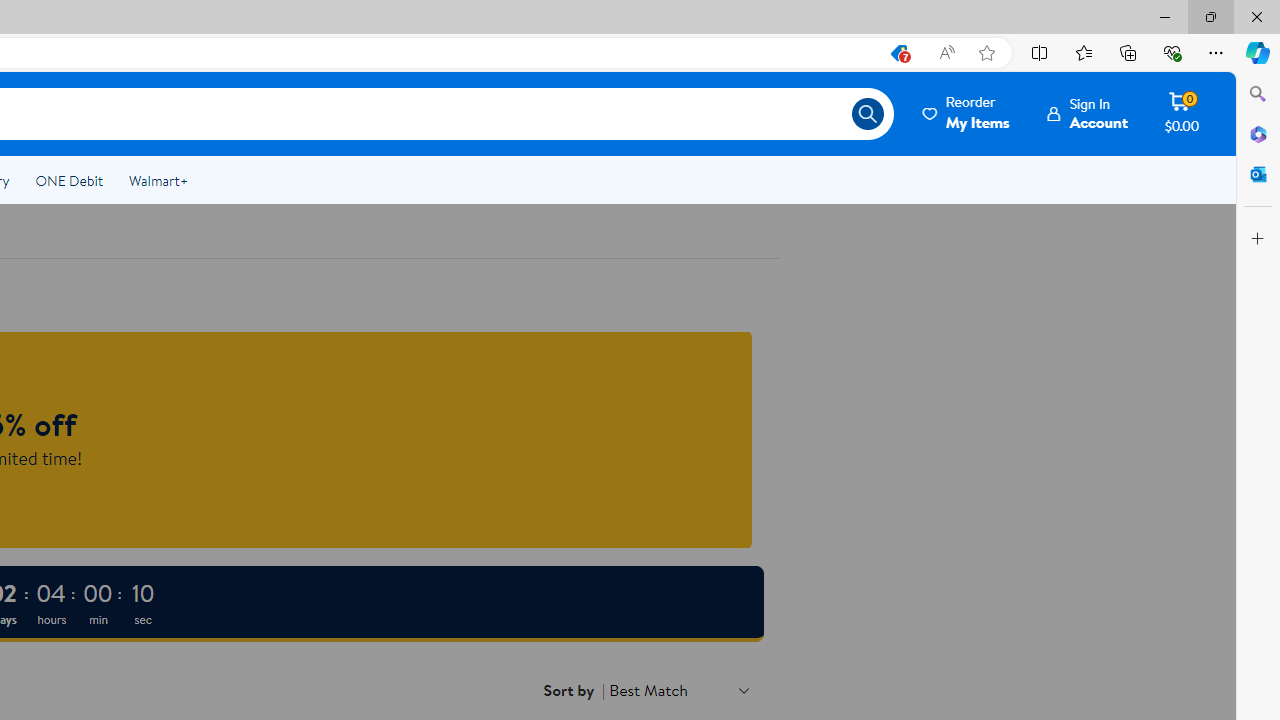 Image resolution: width=1280 pixels, height=720 pixels. I want to click on 'Sign InAccount', so click(1087, 113).